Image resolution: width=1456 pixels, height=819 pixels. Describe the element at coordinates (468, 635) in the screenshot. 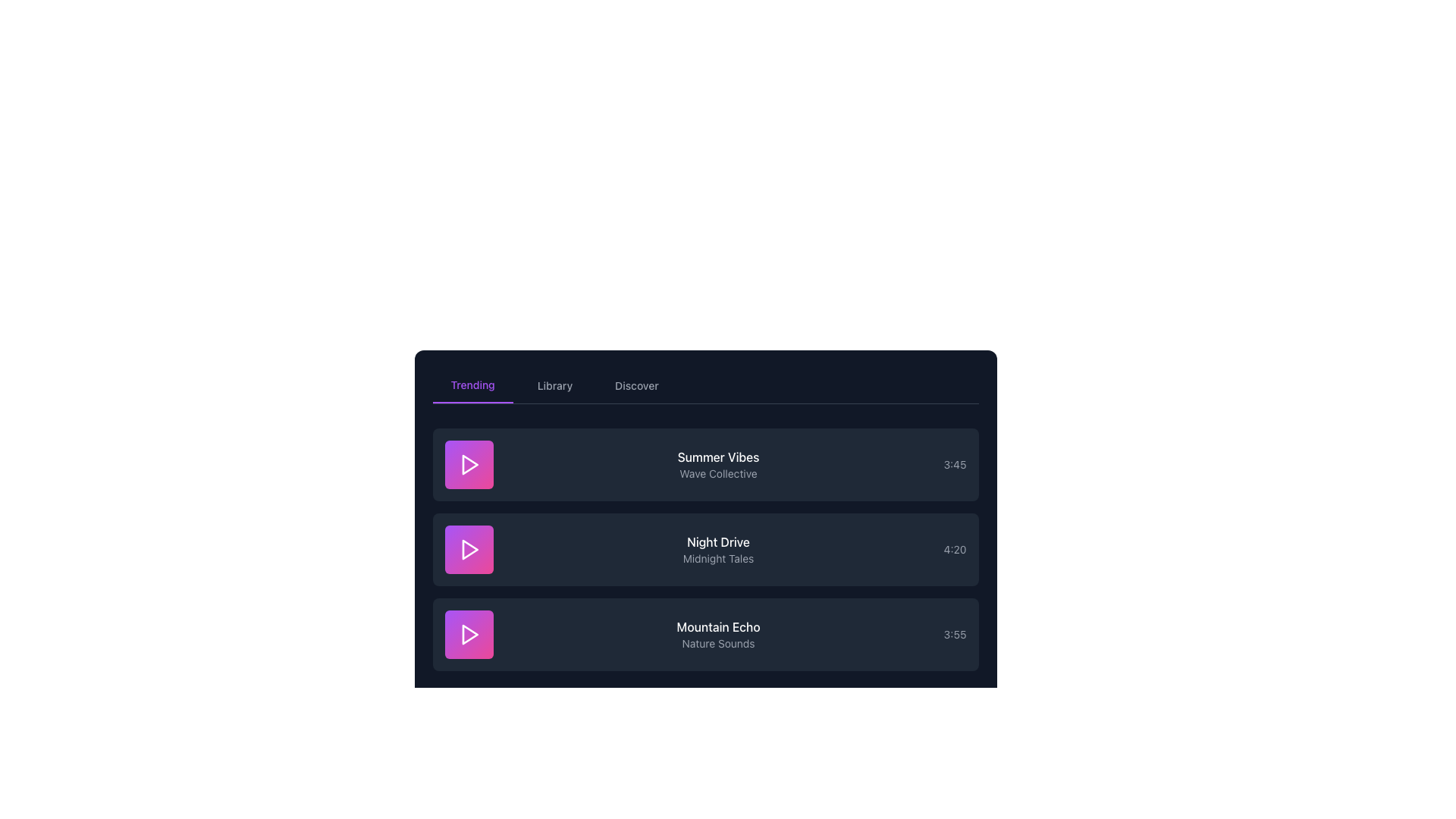

I see `the play button SVG icon located at the center of the gradient square in the bottom media item to initiate playback` at that location.